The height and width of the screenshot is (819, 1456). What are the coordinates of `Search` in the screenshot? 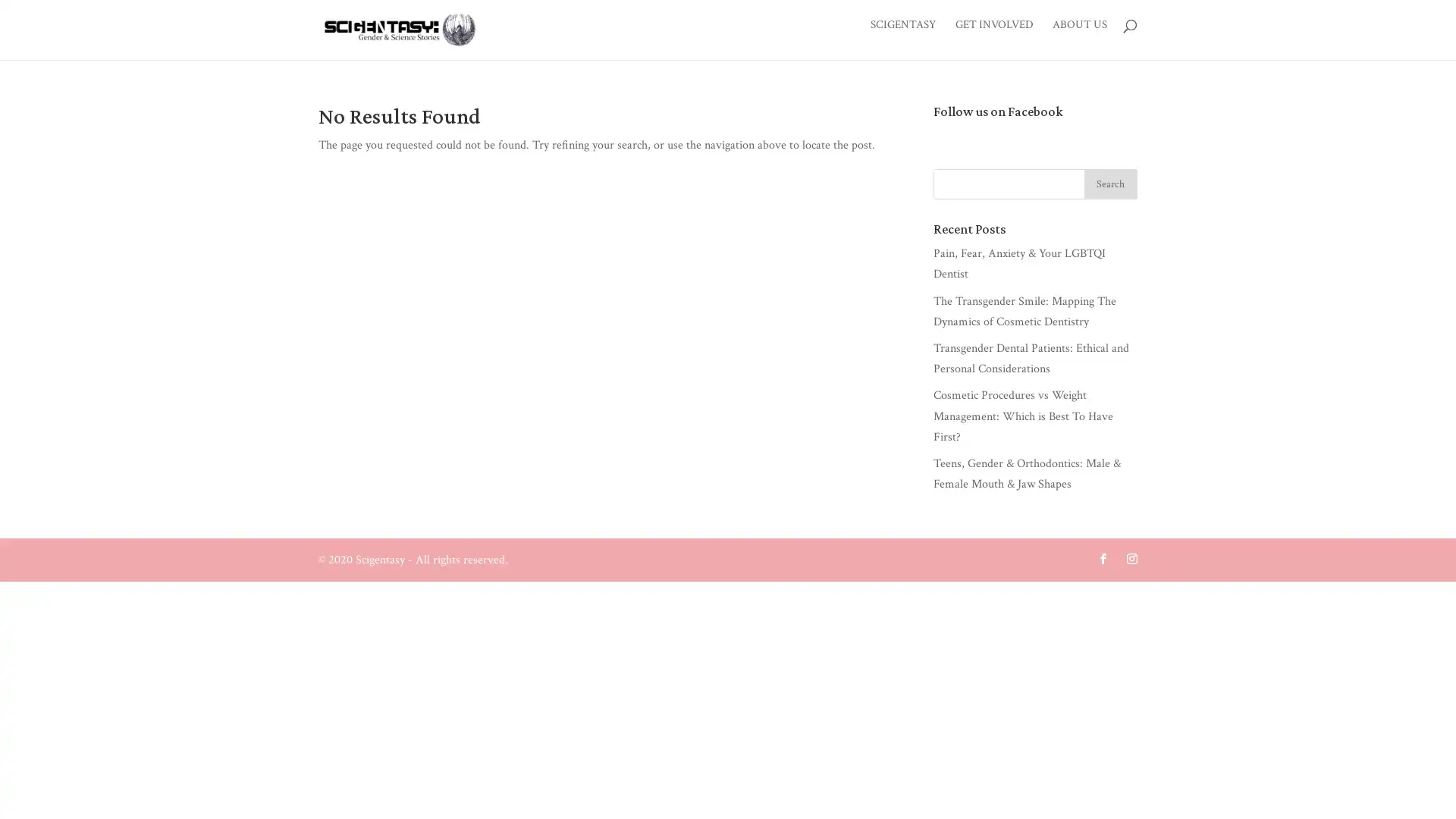 It's located at (1110, 186).